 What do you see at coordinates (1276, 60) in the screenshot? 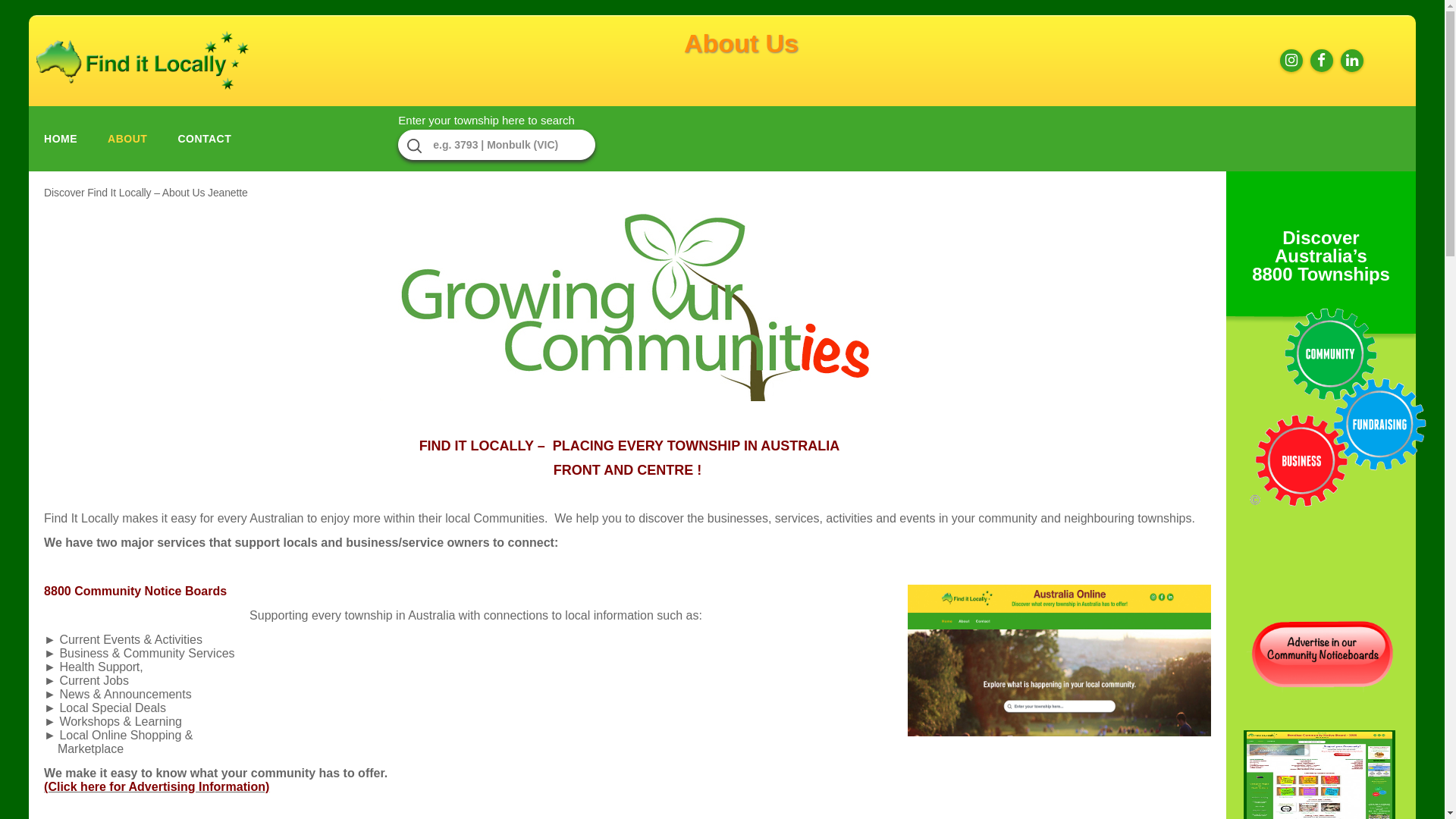
I see `'Instagram'` at bounding box center [1276, 60].